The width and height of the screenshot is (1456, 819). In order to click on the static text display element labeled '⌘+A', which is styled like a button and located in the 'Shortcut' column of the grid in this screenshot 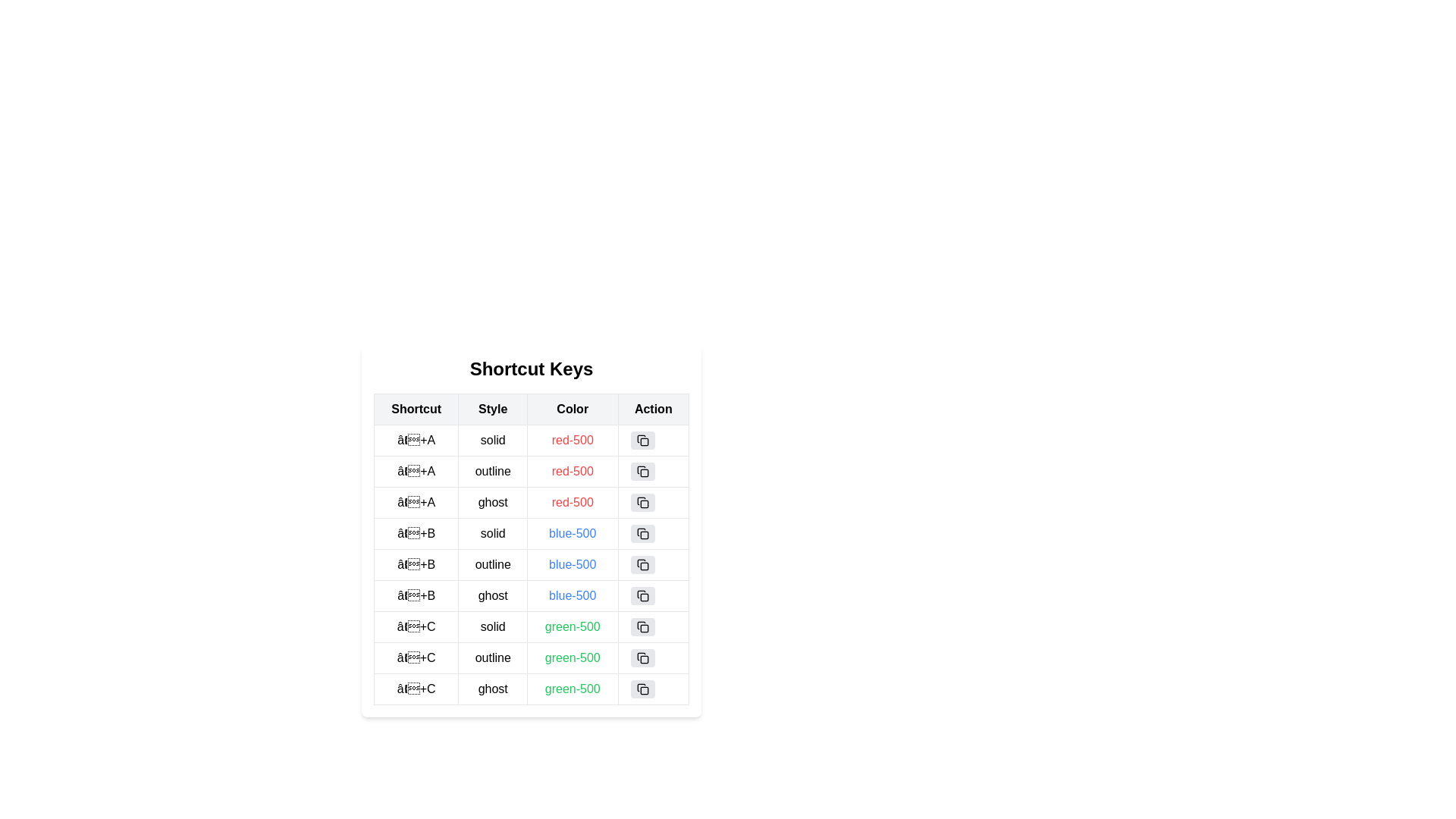, I will do `click(416, 441)`.